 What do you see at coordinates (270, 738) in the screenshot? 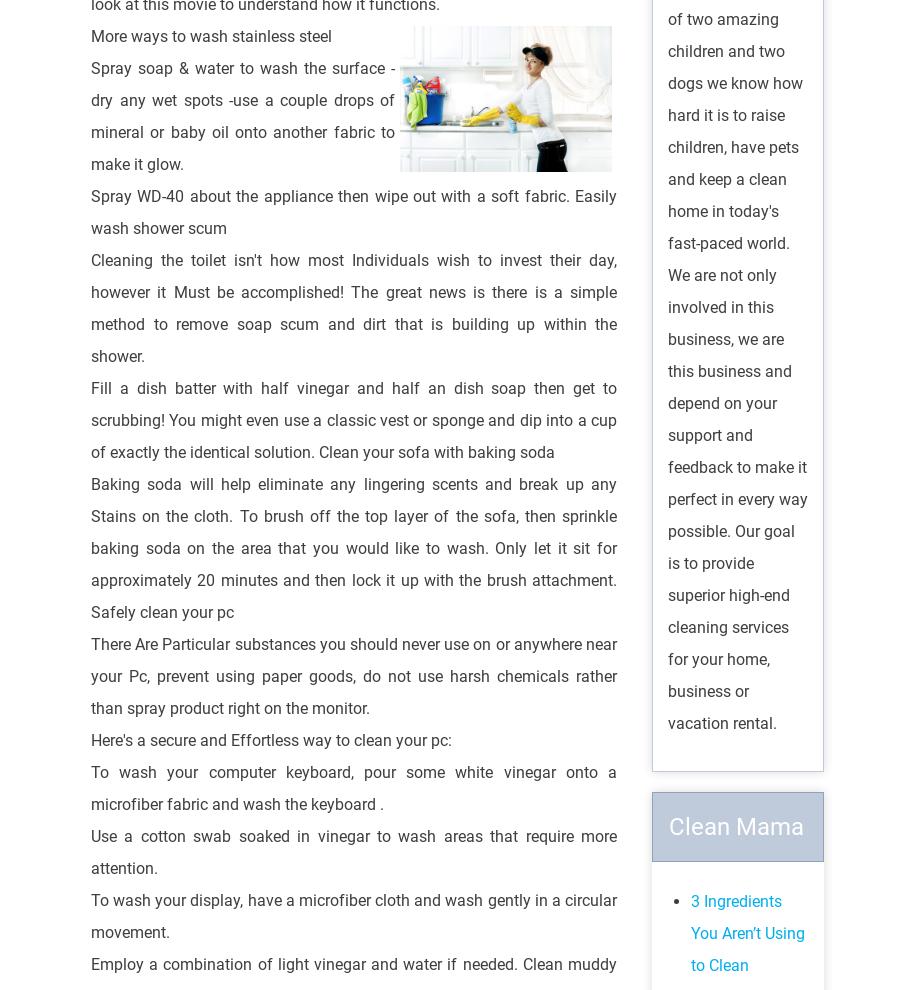
I see `'Here's a secure and Effortless way to clean your pc:'` at bounding box center [270, 738].